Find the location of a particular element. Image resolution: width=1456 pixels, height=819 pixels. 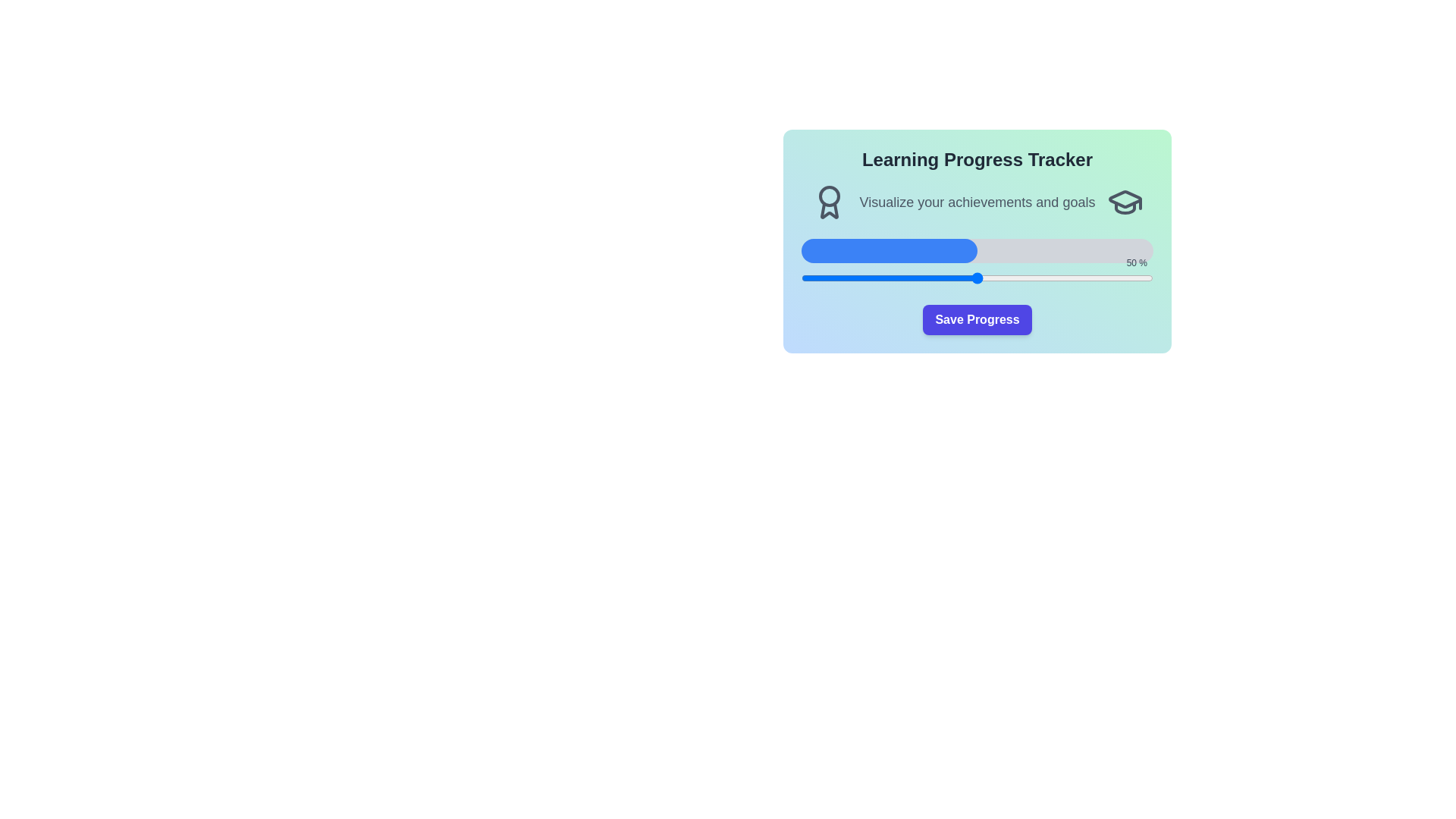

the progress slider to 48% is located at coordinates (969, 278).